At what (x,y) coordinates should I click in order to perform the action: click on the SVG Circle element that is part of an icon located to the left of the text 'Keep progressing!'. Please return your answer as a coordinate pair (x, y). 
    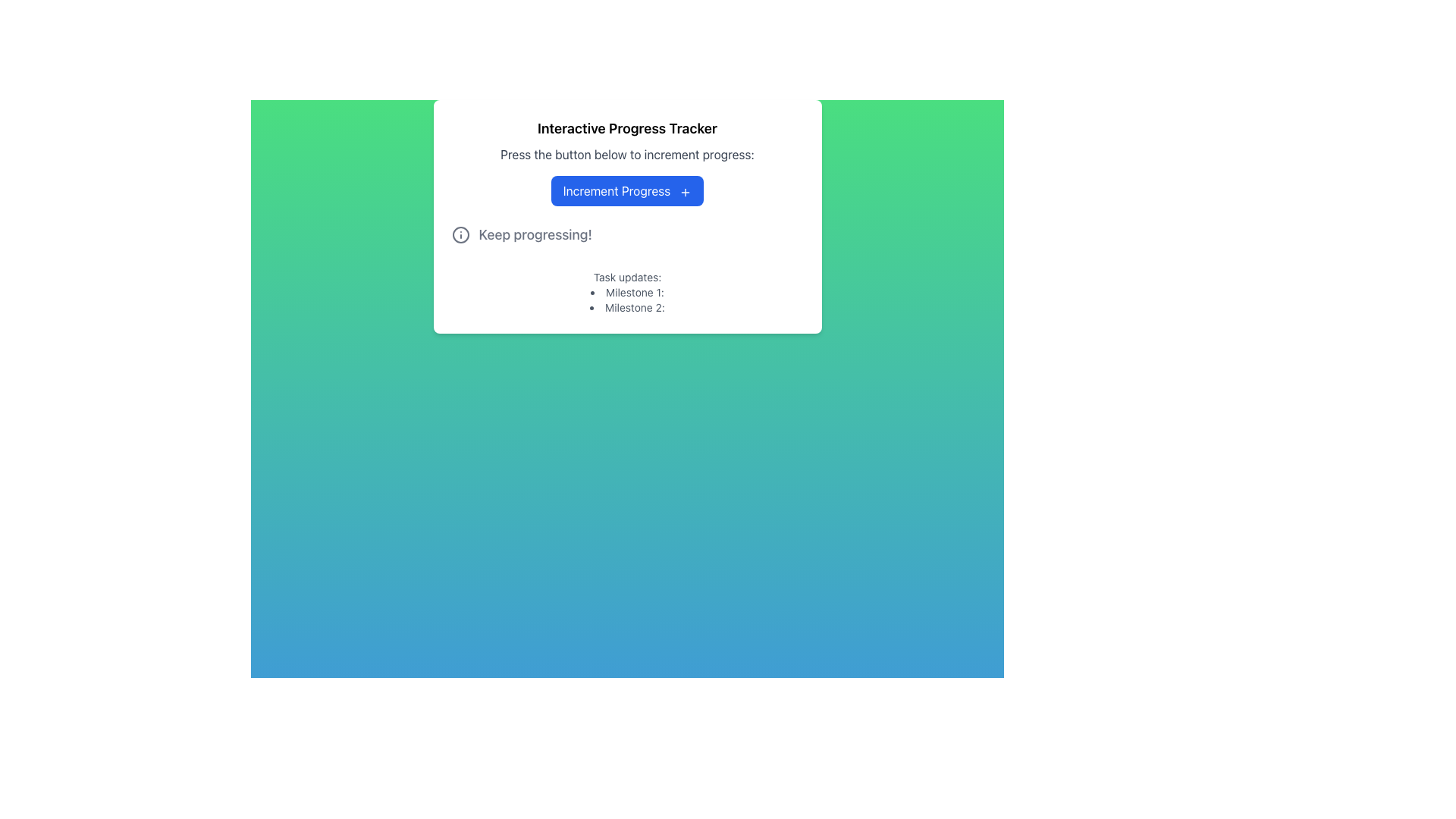
    Looking at the image, I should click on (460, 234).